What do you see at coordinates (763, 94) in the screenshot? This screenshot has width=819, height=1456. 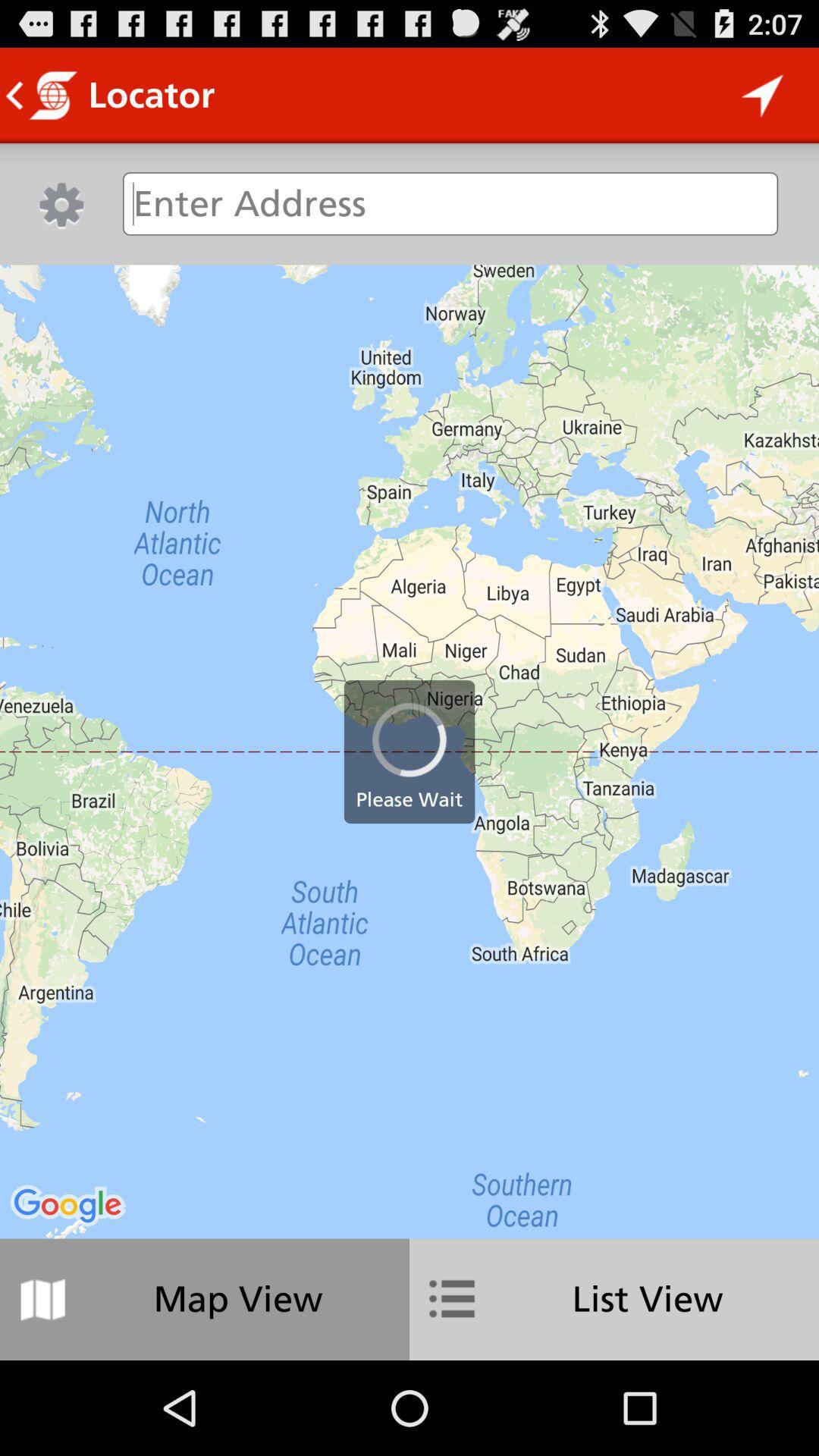 I see `icon to the right of the locator` at bounding box center [763, 94].